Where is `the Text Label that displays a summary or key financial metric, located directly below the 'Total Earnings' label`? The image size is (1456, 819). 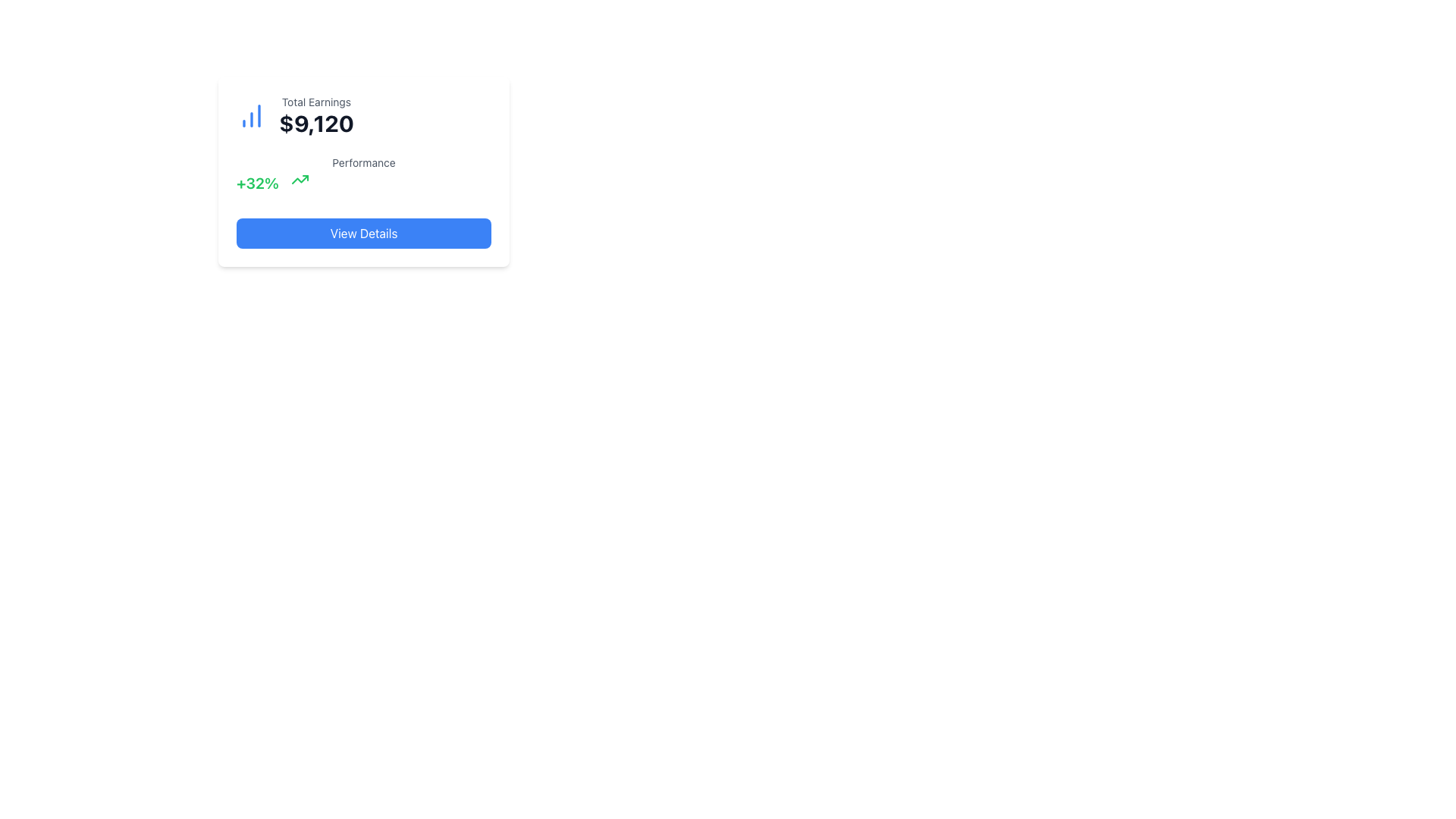 the Text Label that displays a summary or key financial metric, located directly below the 'Total Earnings' label is located at coordinates (315, 122).